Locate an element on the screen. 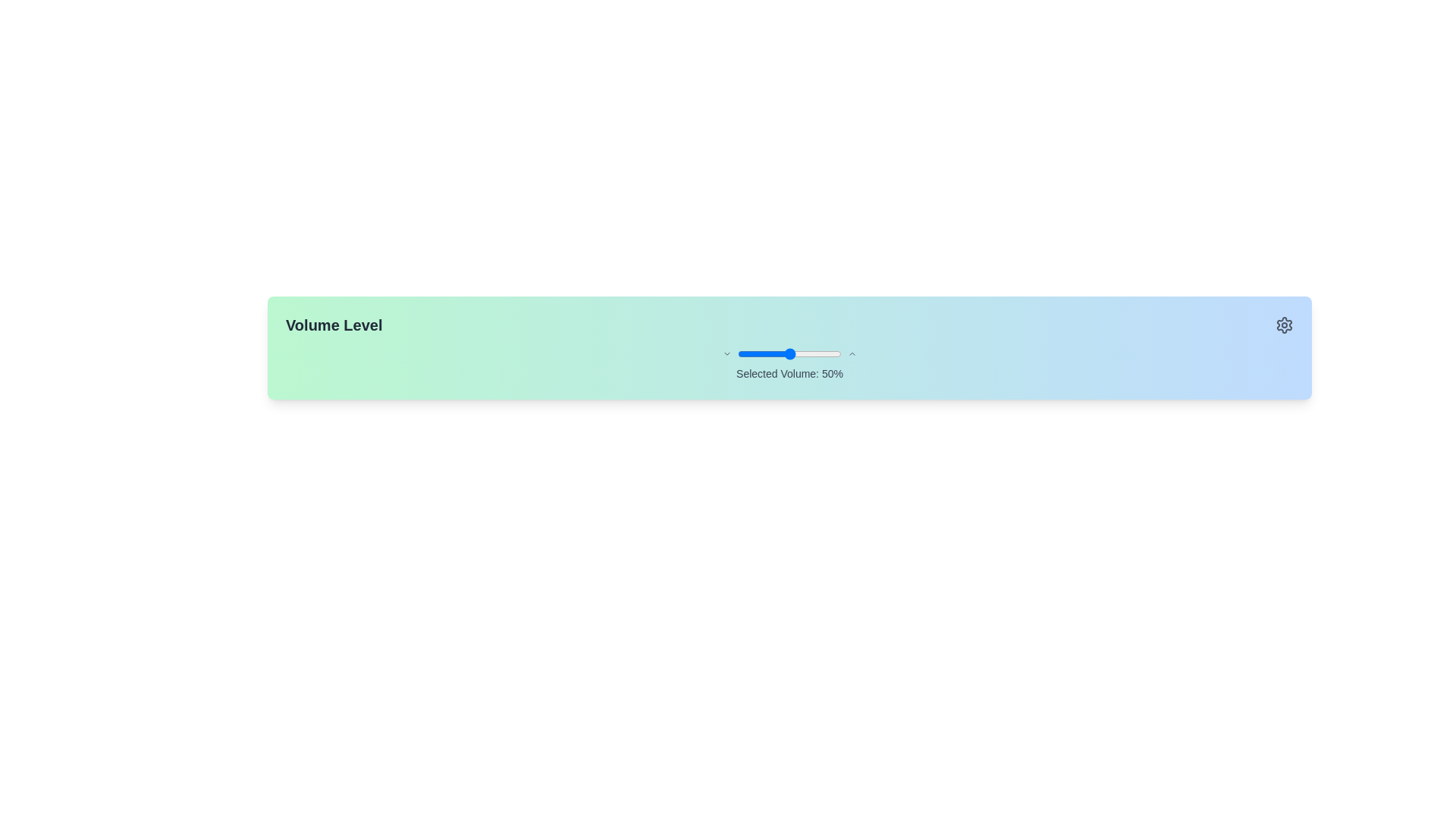 Image resolution: width=1456 pixels, height=819 pixels. the slider value is located at coordinates (791, 353).